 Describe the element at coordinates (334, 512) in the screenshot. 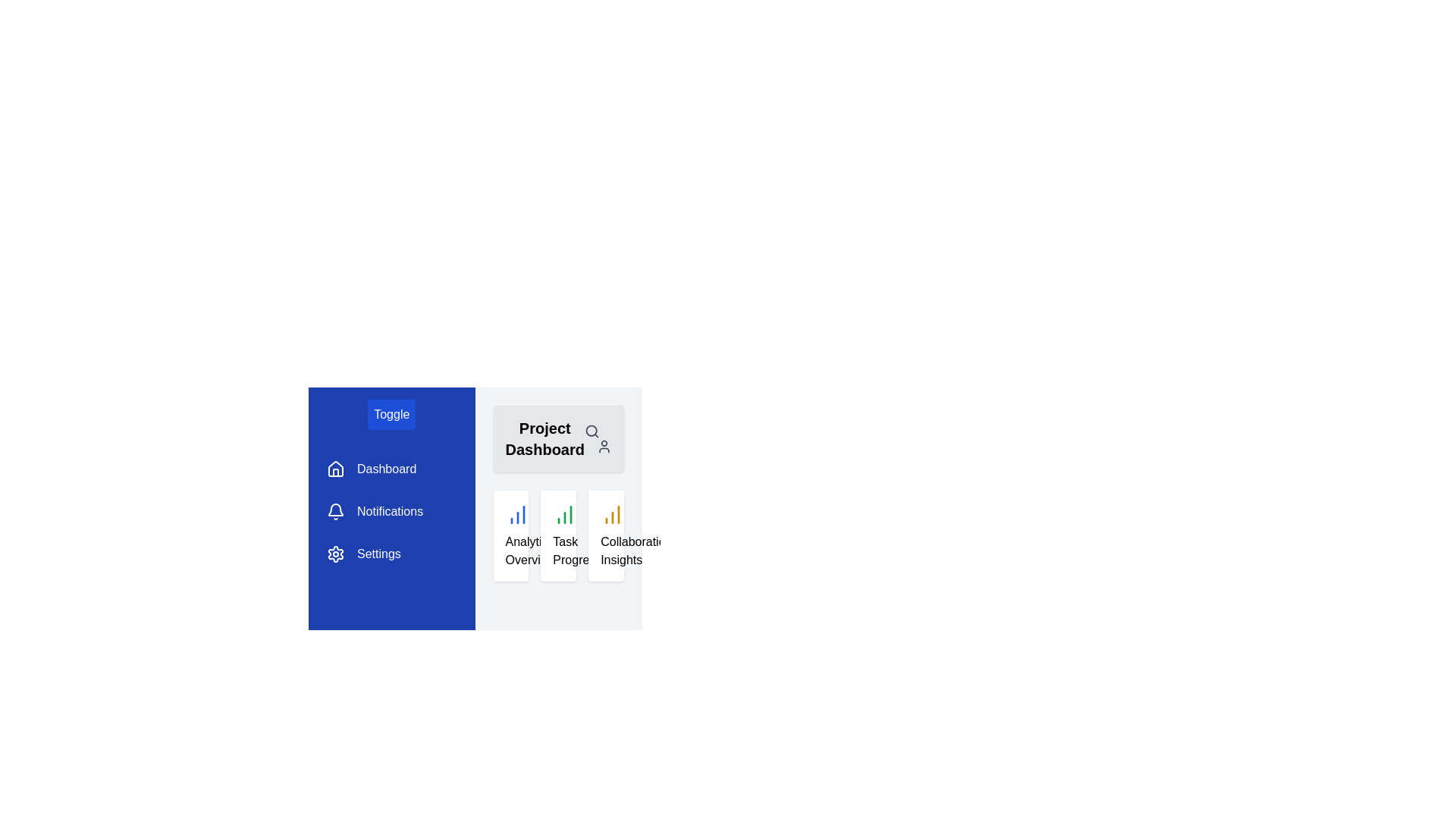

I see `the bell icon outlined in white with a blue background, located to the left of the 'Notifications' text in the vertical menu bar` at that location.